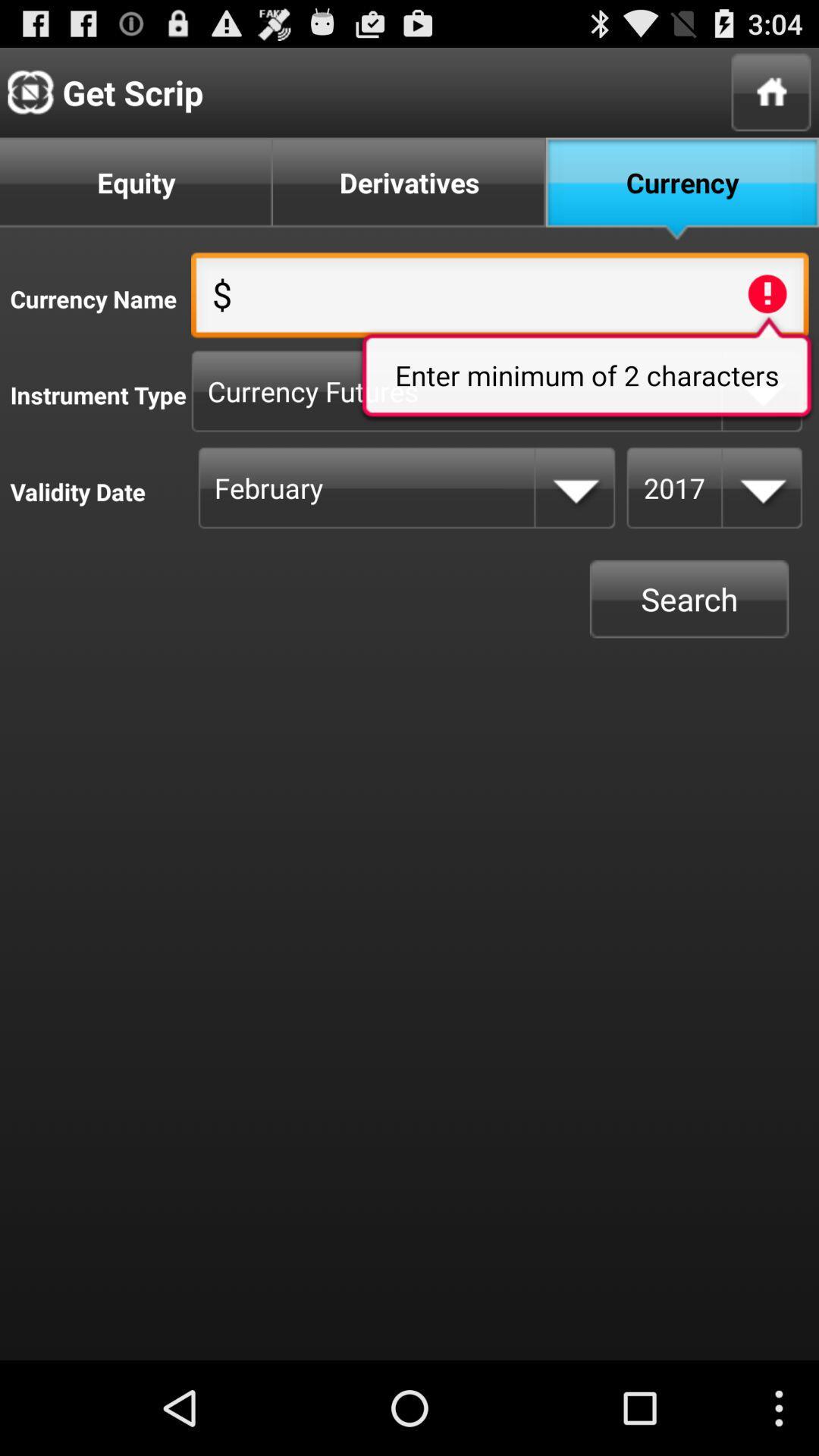  What do you see at coordinates (500, 299) in the screenshot?
I see `the first text field on the web page` at bounding box center [500, 299].